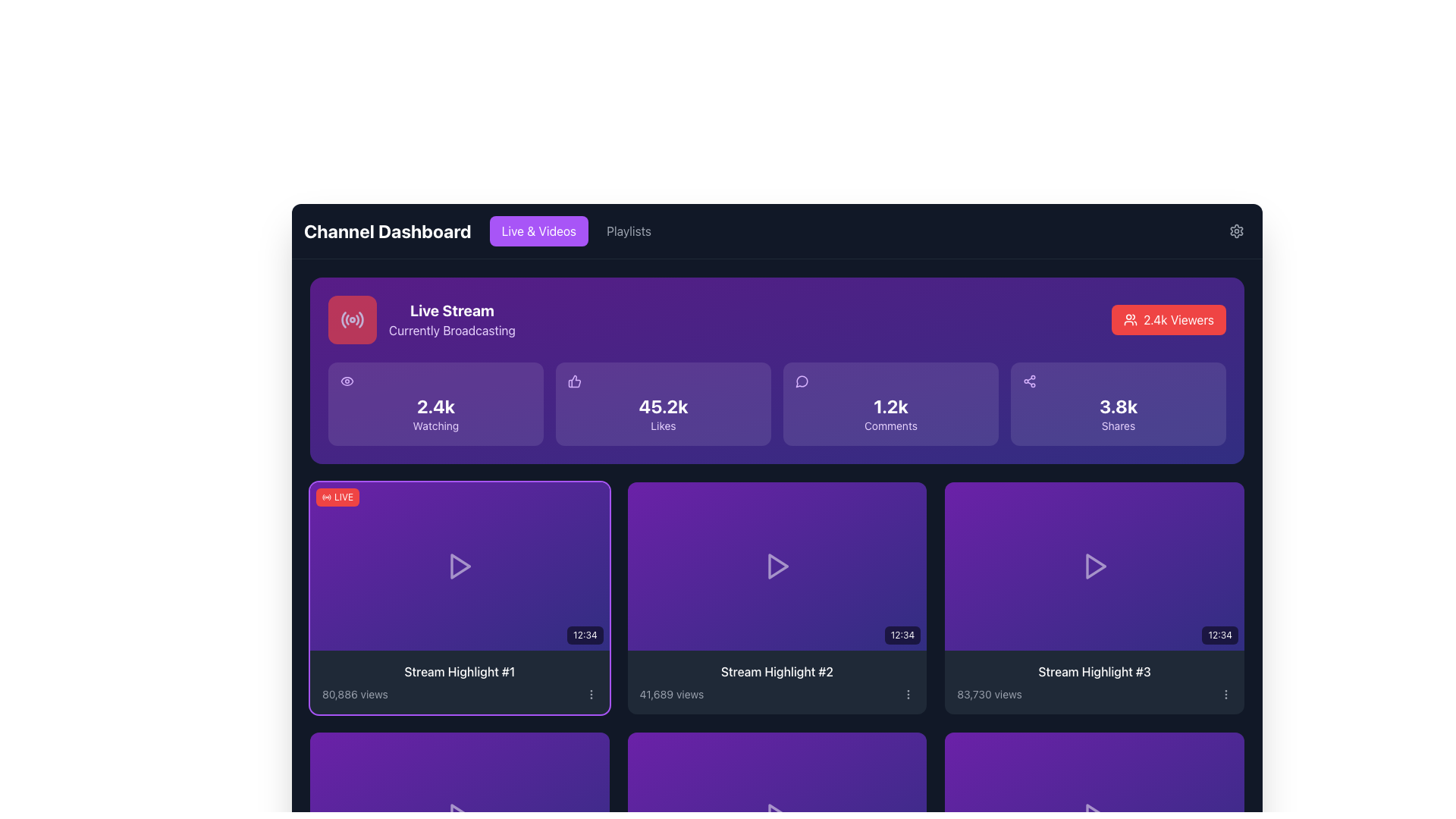 Image resolution: width=1456 pixels, height=819 pixels. I want to click on the Statistic card with a purple background displaying '3.8k Shares', which is the fourth card in the grid layout, adjacent to '1.2k Comments', so click(1118, 403).